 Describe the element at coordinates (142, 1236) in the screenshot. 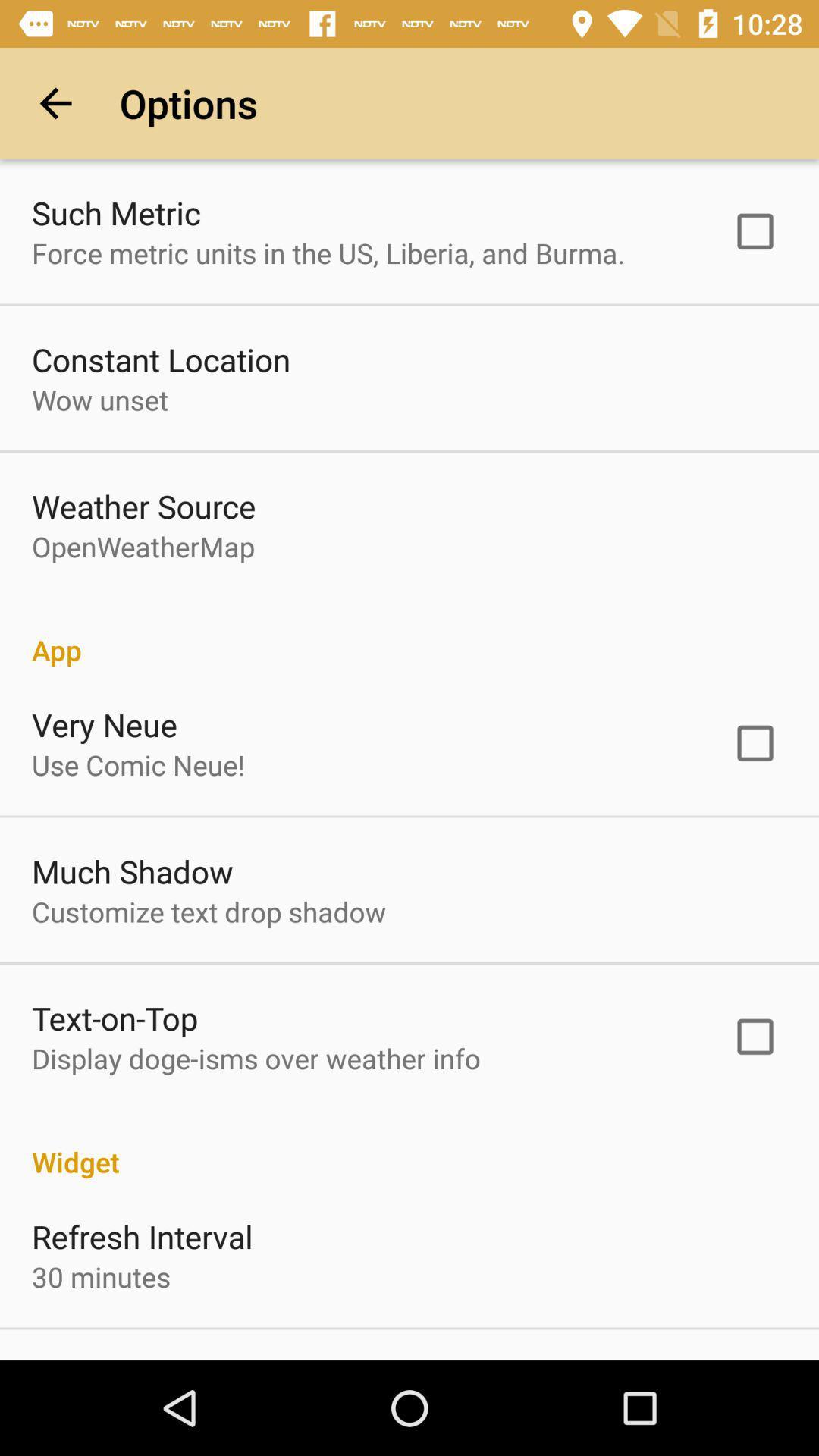

I see `icon below the widget app` at that location.